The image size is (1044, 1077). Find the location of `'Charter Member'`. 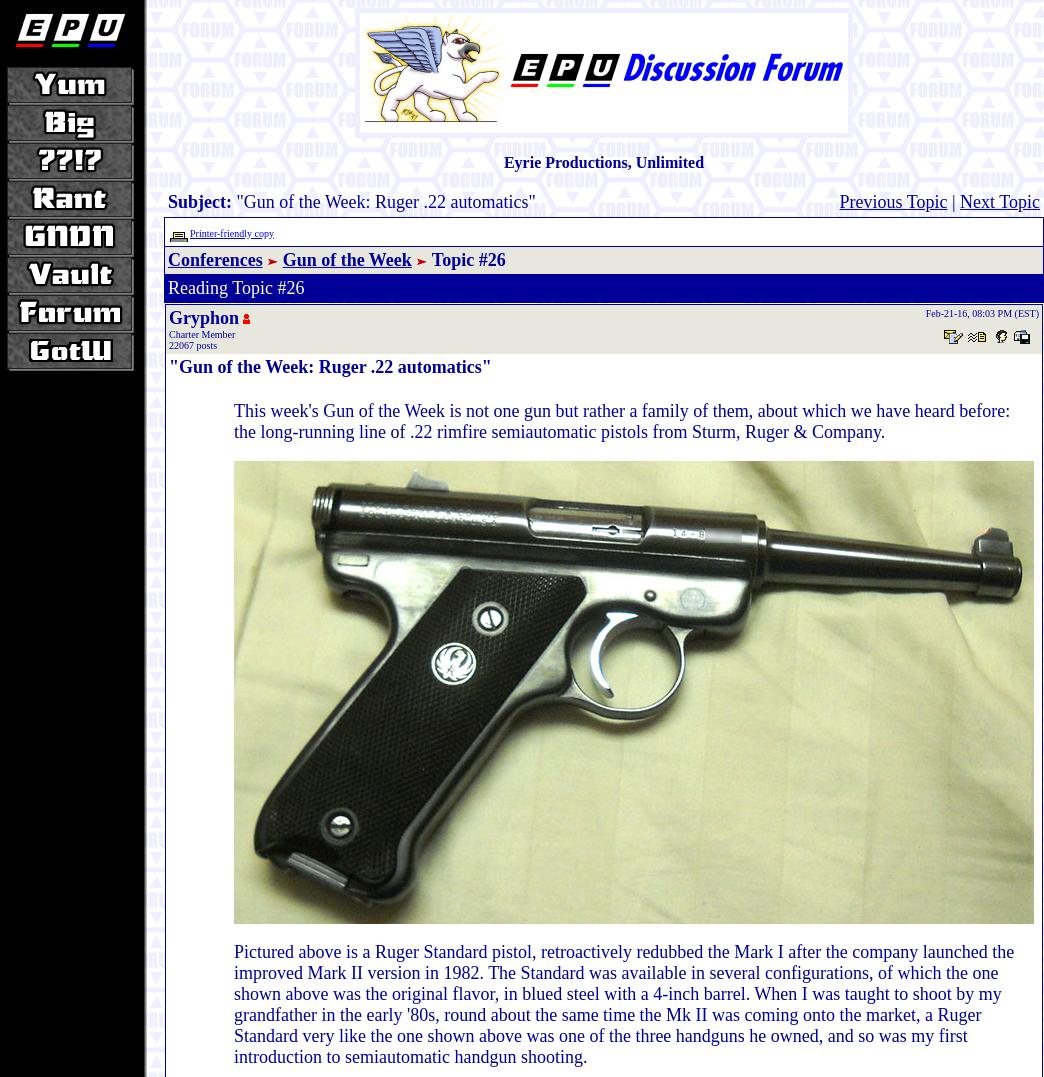

'Charter Member' is located at coordinates (202, 333).